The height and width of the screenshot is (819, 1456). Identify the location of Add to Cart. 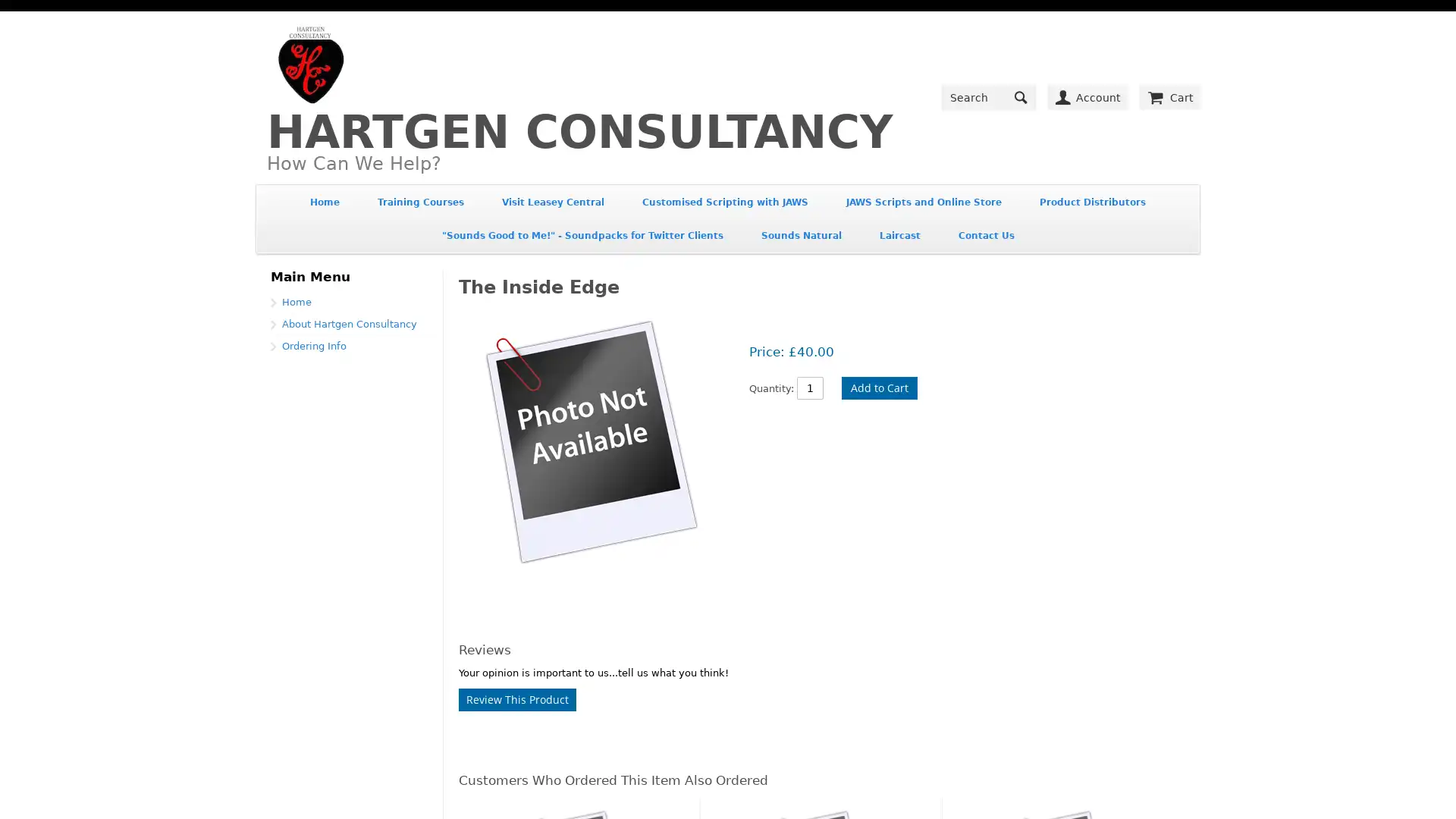
(880, 409).